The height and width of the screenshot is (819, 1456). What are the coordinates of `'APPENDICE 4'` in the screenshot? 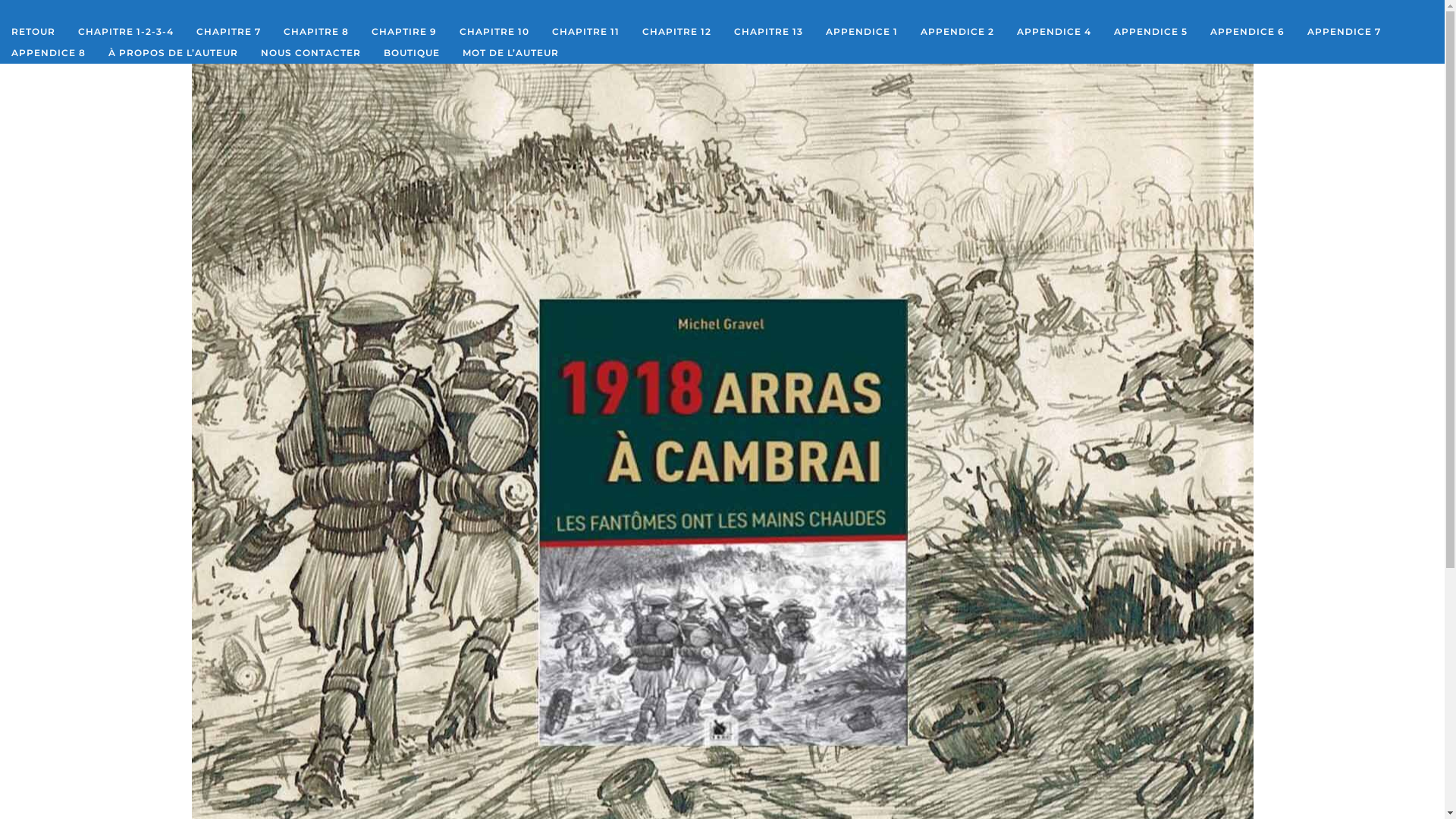 It's located at (1005, 32).